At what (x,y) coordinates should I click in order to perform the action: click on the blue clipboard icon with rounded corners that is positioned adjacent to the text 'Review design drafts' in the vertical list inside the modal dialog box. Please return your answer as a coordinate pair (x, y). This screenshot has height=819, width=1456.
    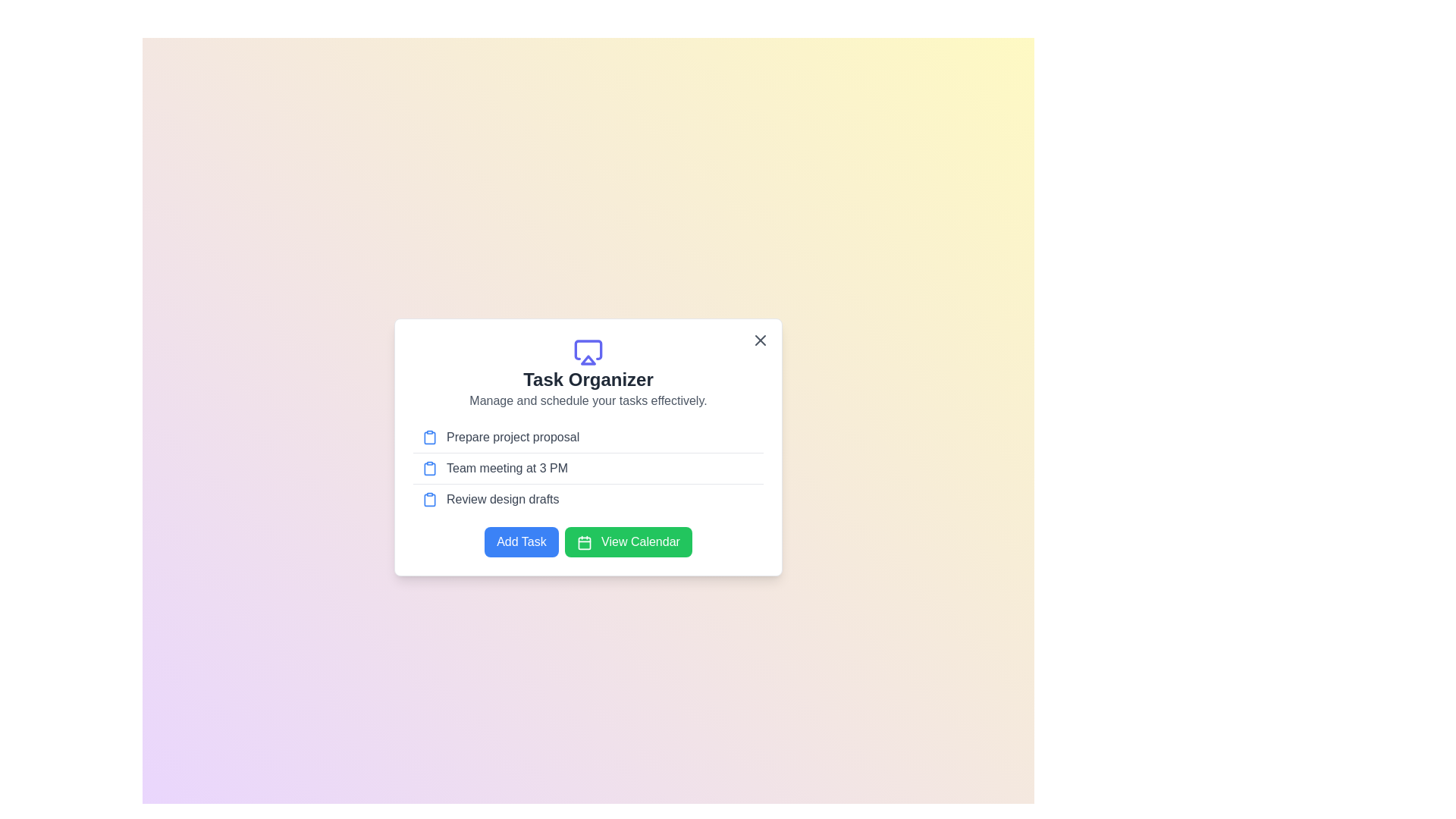
    Looking at the image, I should click on (428, 500).